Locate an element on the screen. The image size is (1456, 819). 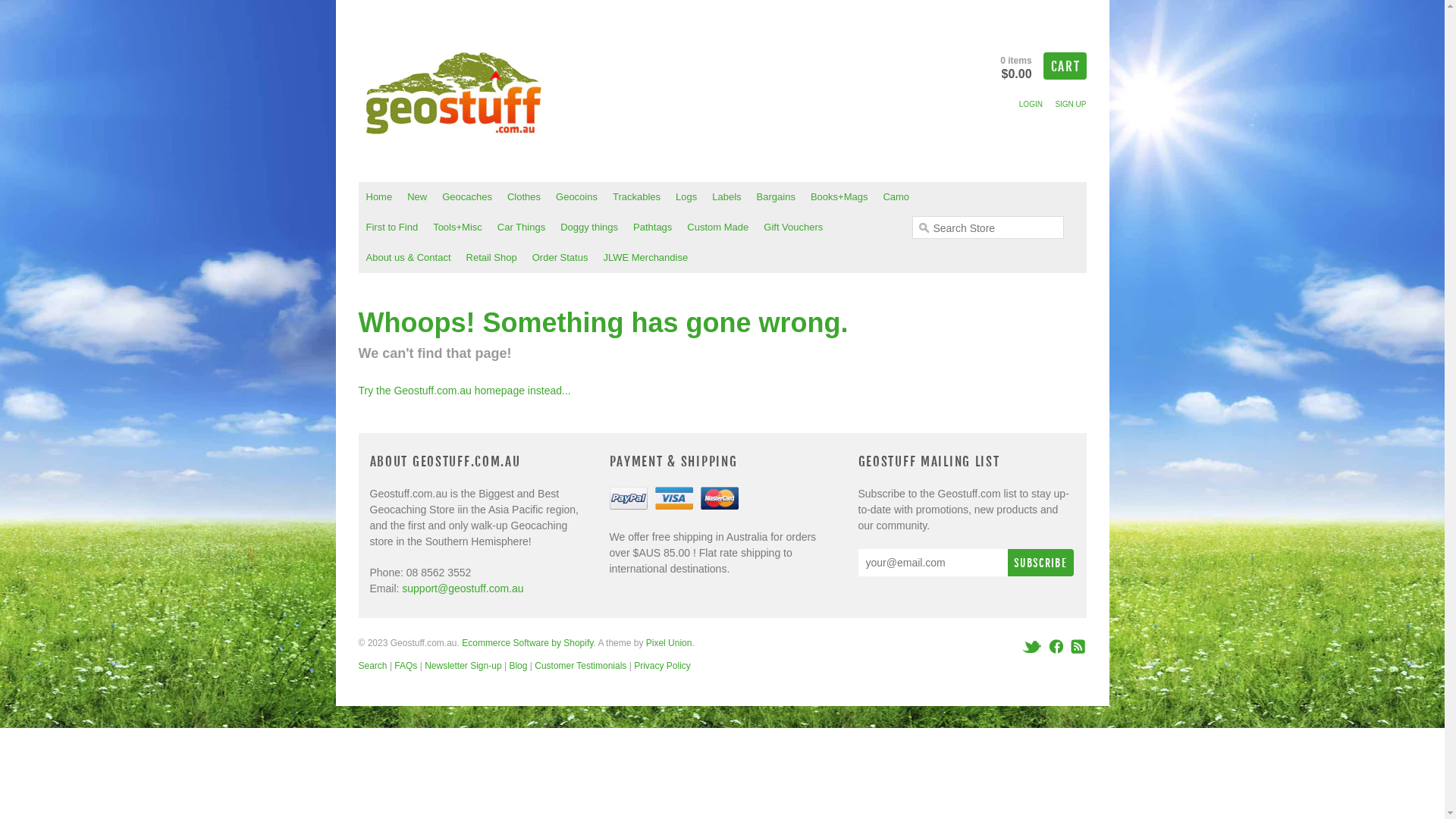
'Trackables' is located at coordinates (604, 196).